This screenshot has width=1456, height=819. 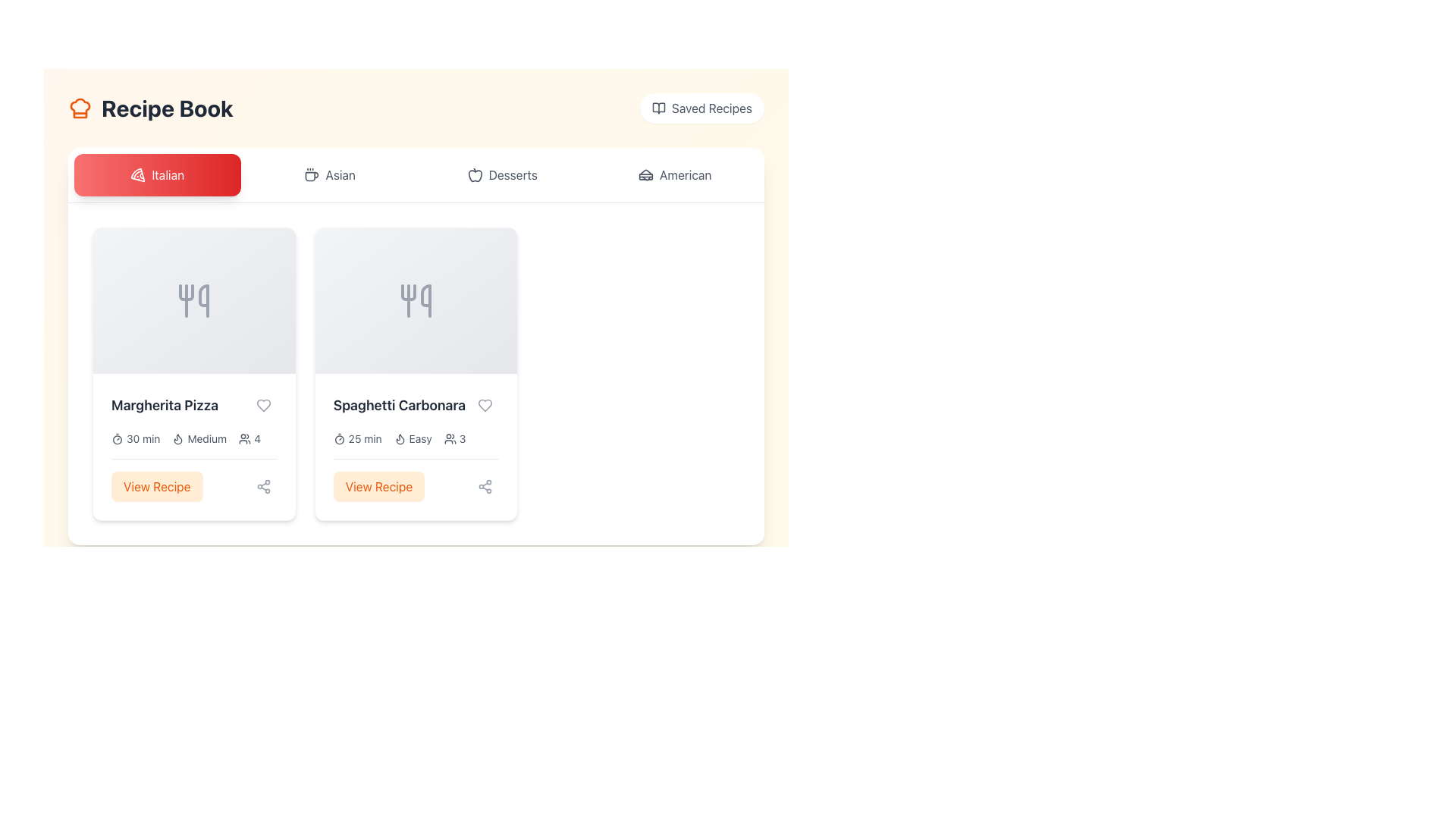 I want to click on the informative label with a flame icon and the text 'Easy', which is located in the 'Spaghetti Carbonara' recipe card, specifically the second row under the recipe title, so click(x=413, y=438).